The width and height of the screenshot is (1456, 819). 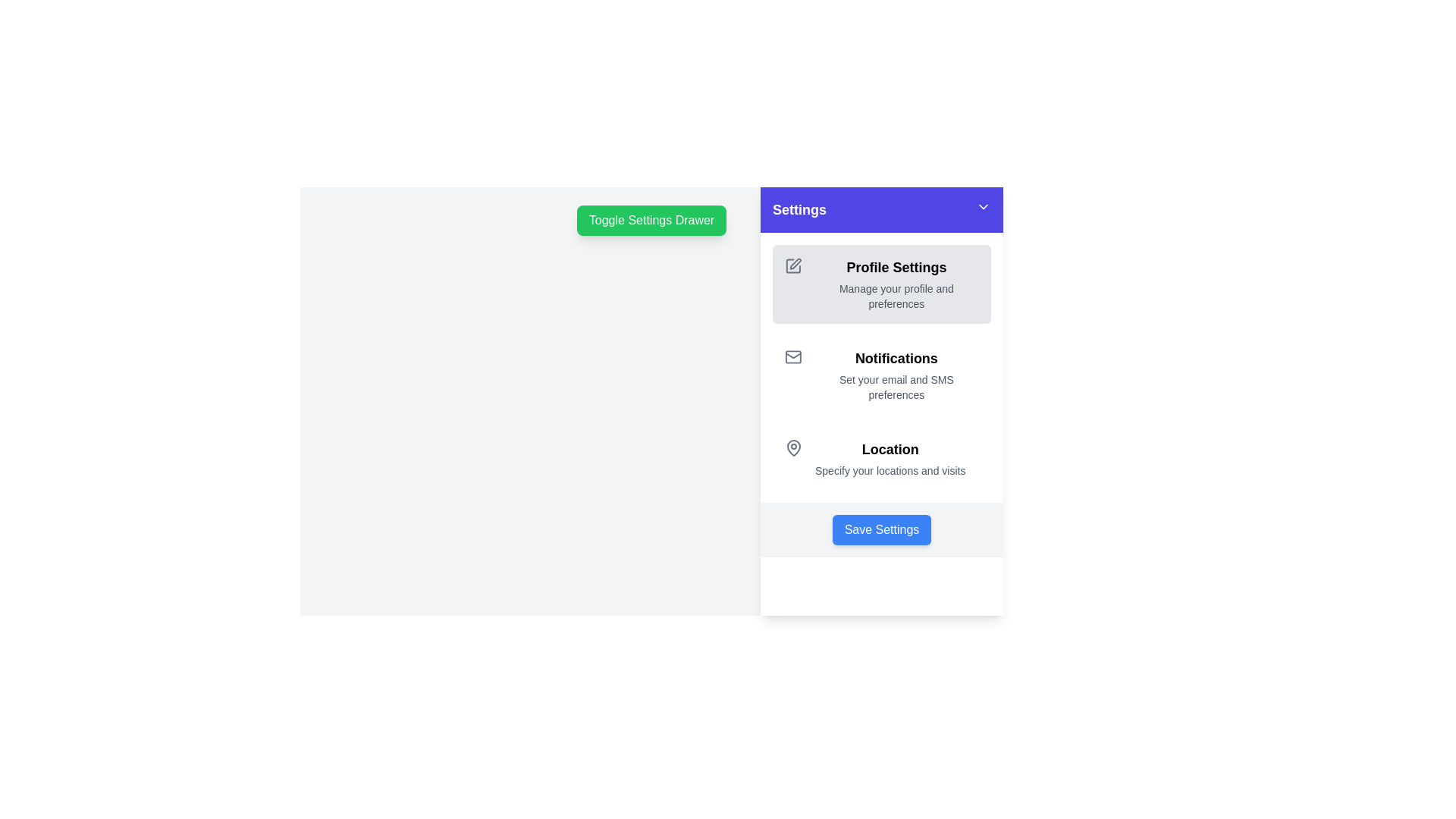 What do you see at coordinates (896, 284) in the screenshot?
I see `the static text block labeled 'Profile Settings' in the right-side settings panel, which serves as a header and description for managing personal profile information and preferences` at bounding box center [896, 284].